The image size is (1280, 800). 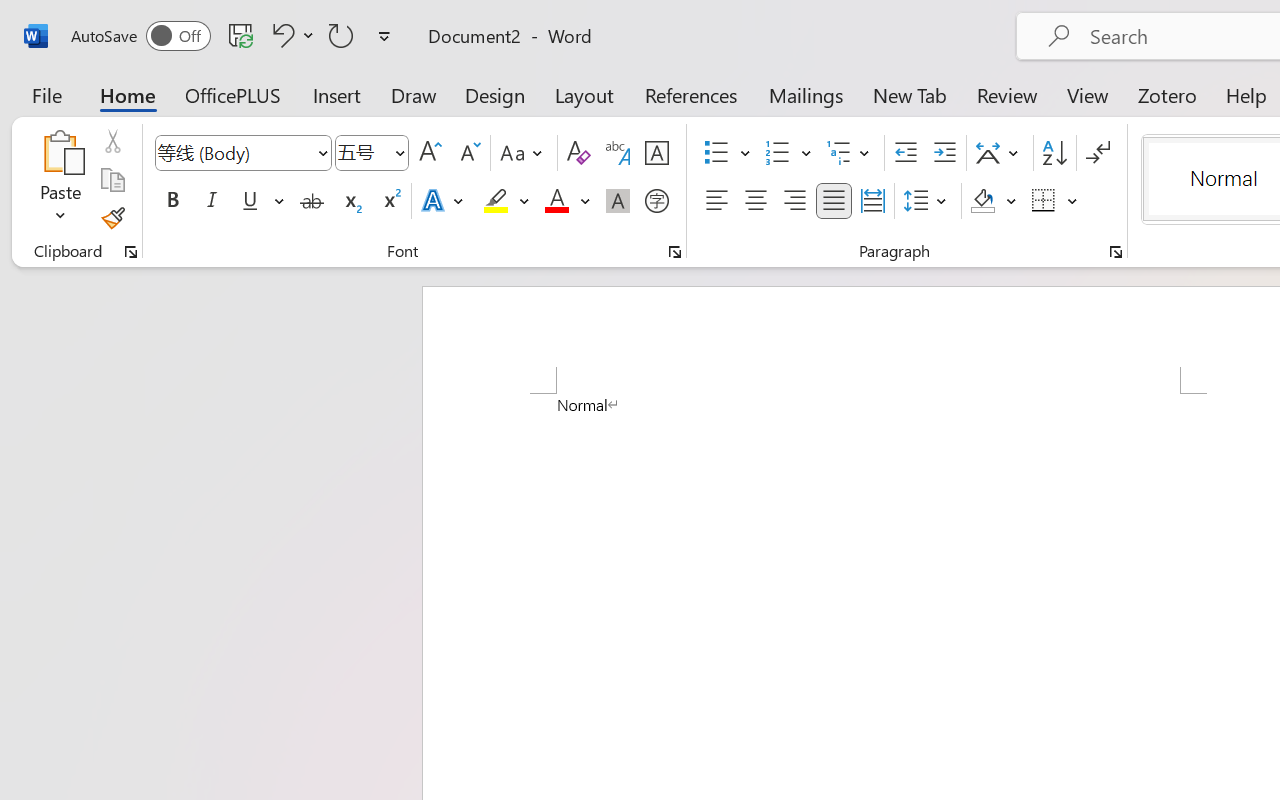 I want to click on 'Draw', so click(x=413, y=94).